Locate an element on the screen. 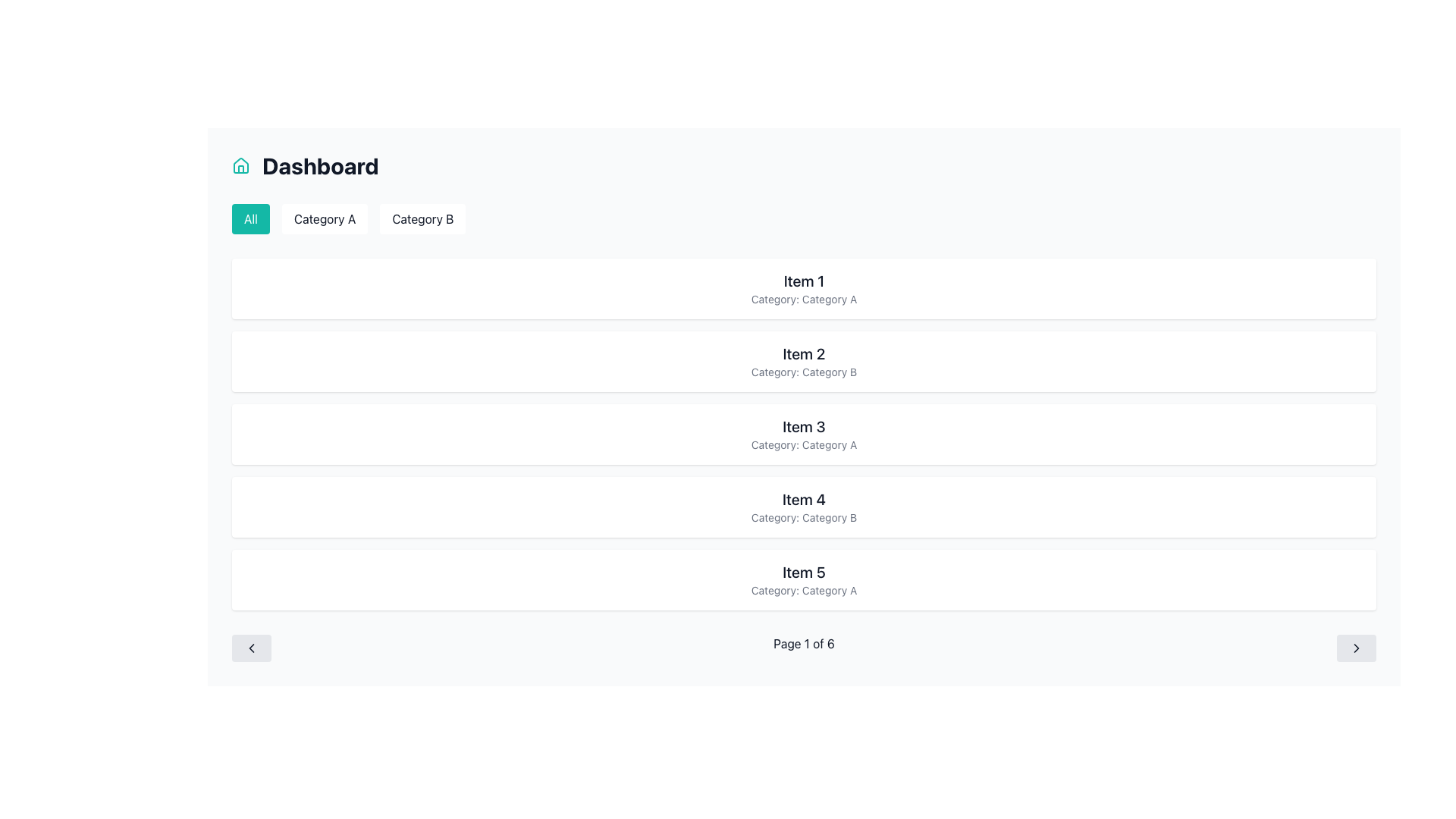  the navigation control button located at the bottom-left of the interface, which is used is located at coordinates (251, 648).